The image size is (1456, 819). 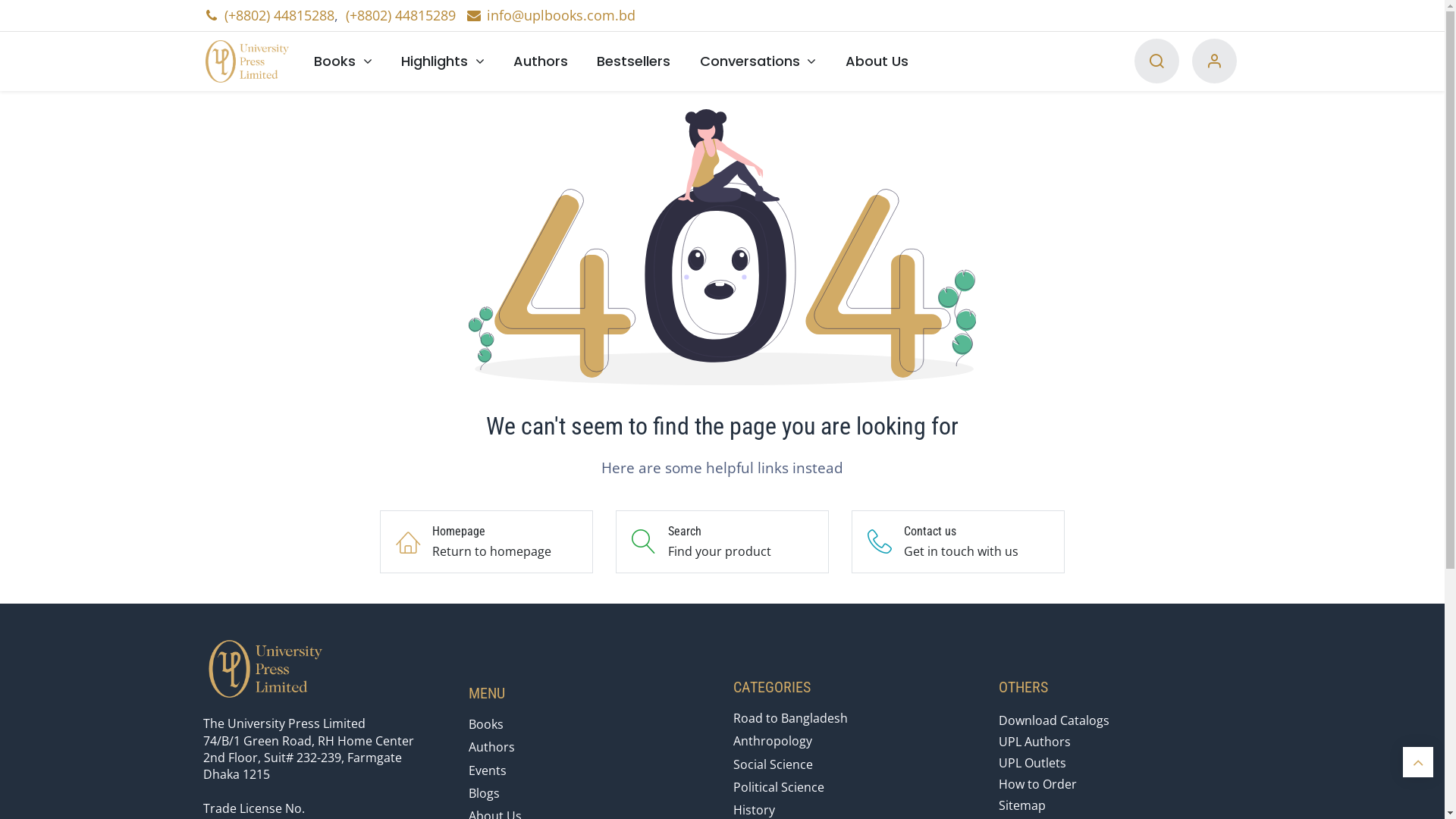 What do you see at coordinates (1022, 804) in the screenshot?
I see `'Sitemap'` at bounding box center [1022, 804].